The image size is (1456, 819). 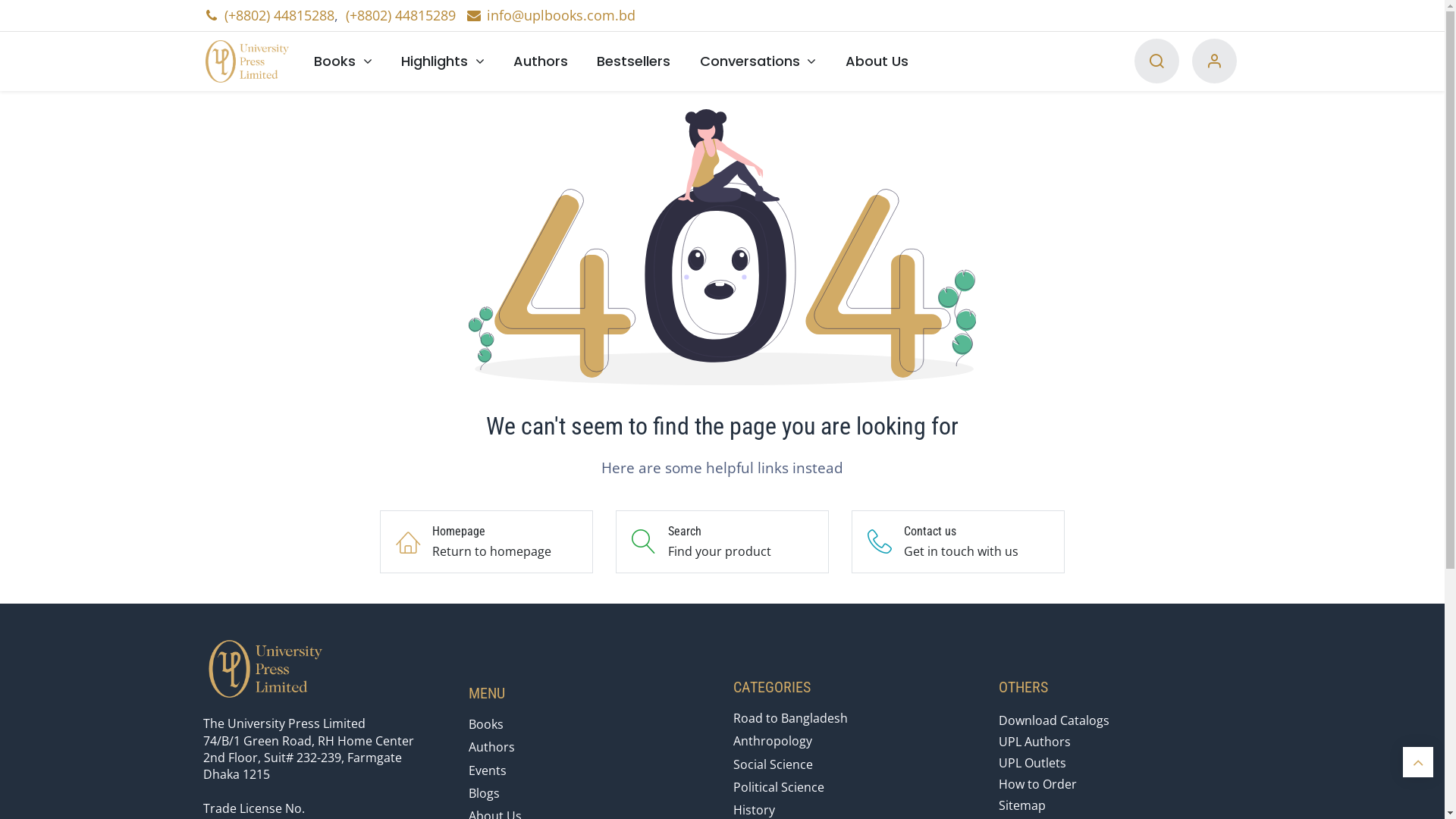 What do you see at coordinates (1022, 804) in the screenshot?
I see `'Sitemap'` at bounding box center [1022, 804].